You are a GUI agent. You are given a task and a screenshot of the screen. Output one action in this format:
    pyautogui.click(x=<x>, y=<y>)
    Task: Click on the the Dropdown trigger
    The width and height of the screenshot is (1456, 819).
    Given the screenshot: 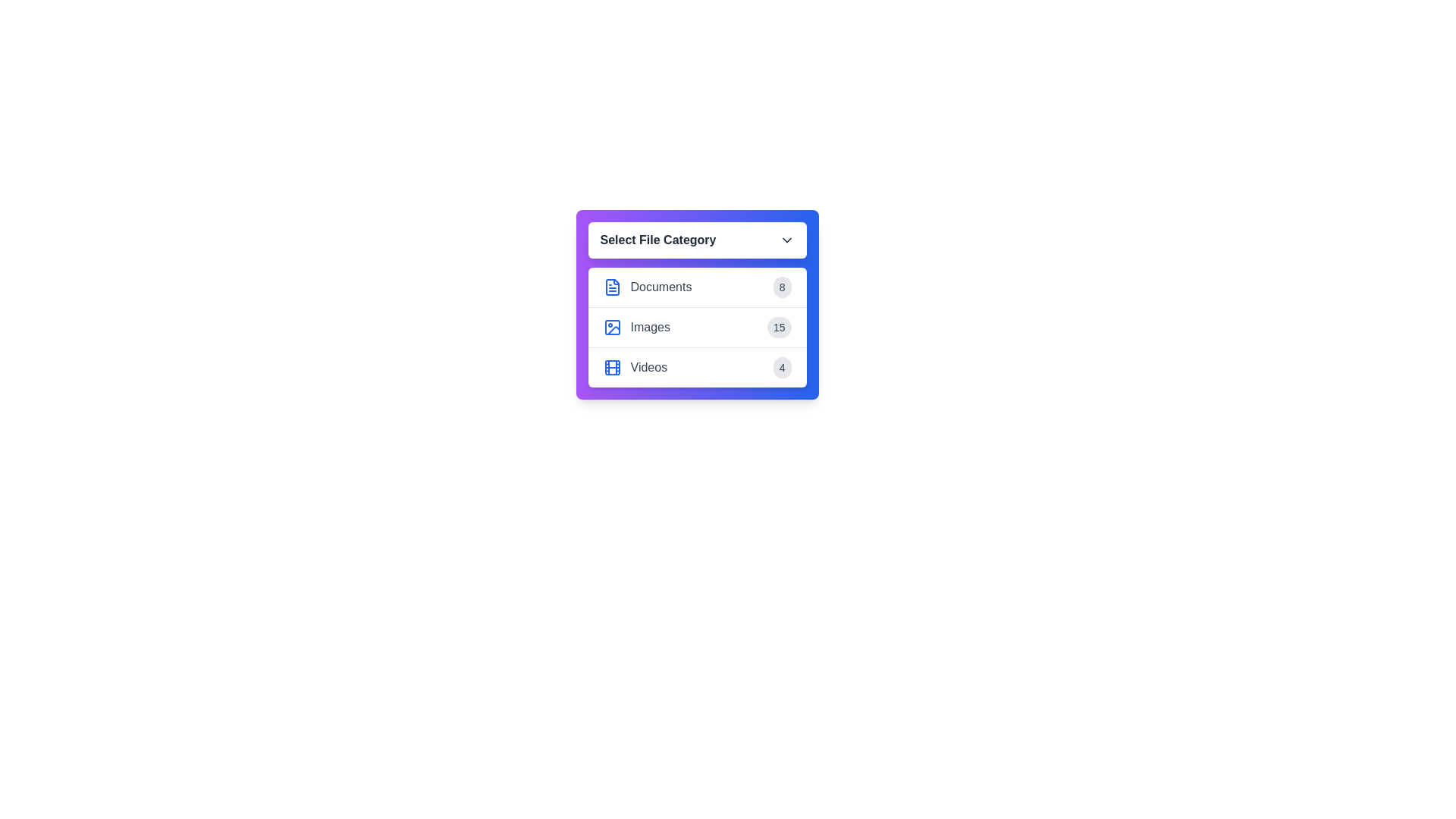 What is the action you would take?
    pyautogui.click(x=696, y=239)
    